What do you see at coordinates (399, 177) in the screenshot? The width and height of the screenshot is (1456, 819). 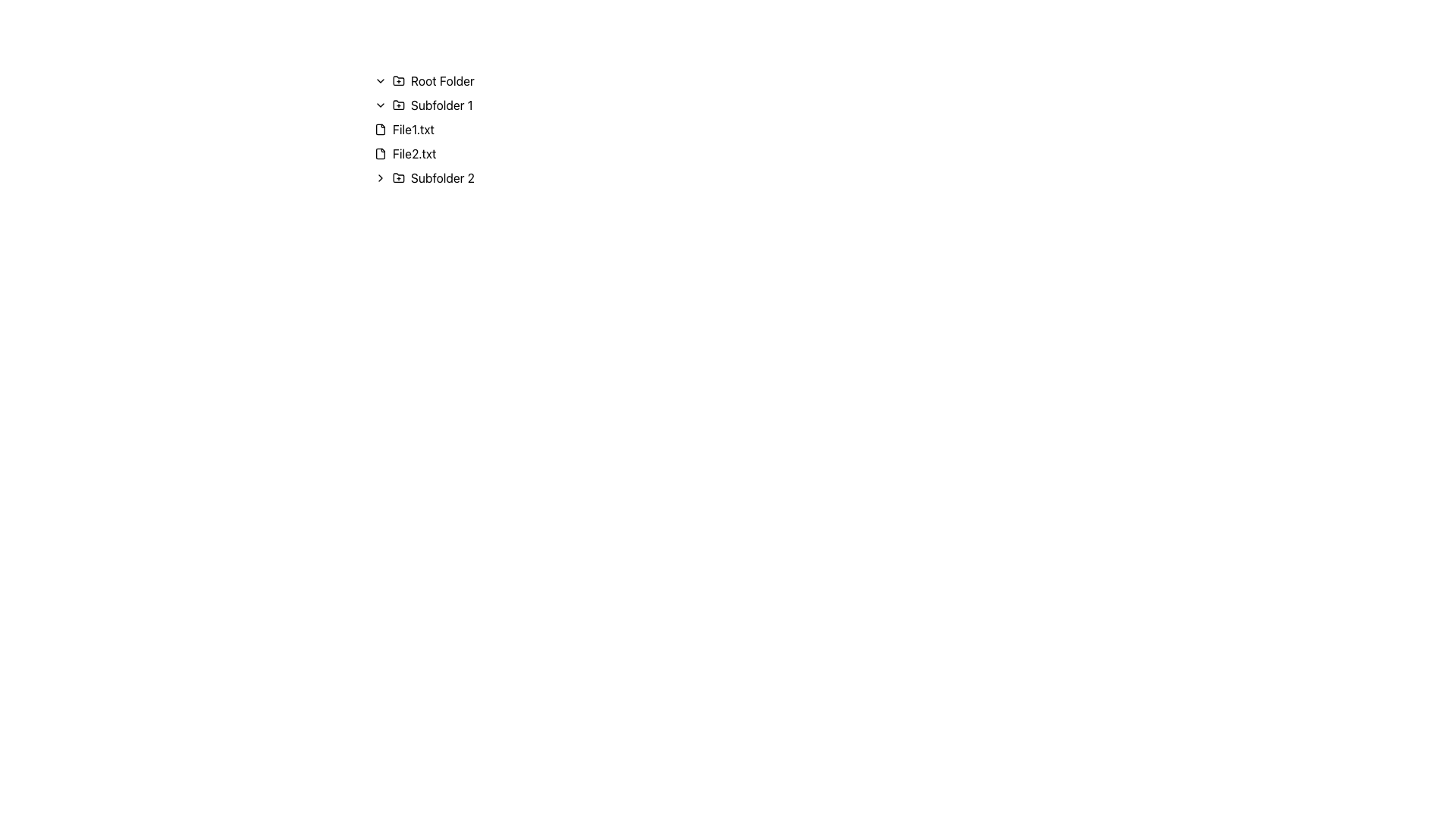 I see `the folder icon with a '+' sign located to the left of 'Subfolder 2'` at bounding box center [399, 177].